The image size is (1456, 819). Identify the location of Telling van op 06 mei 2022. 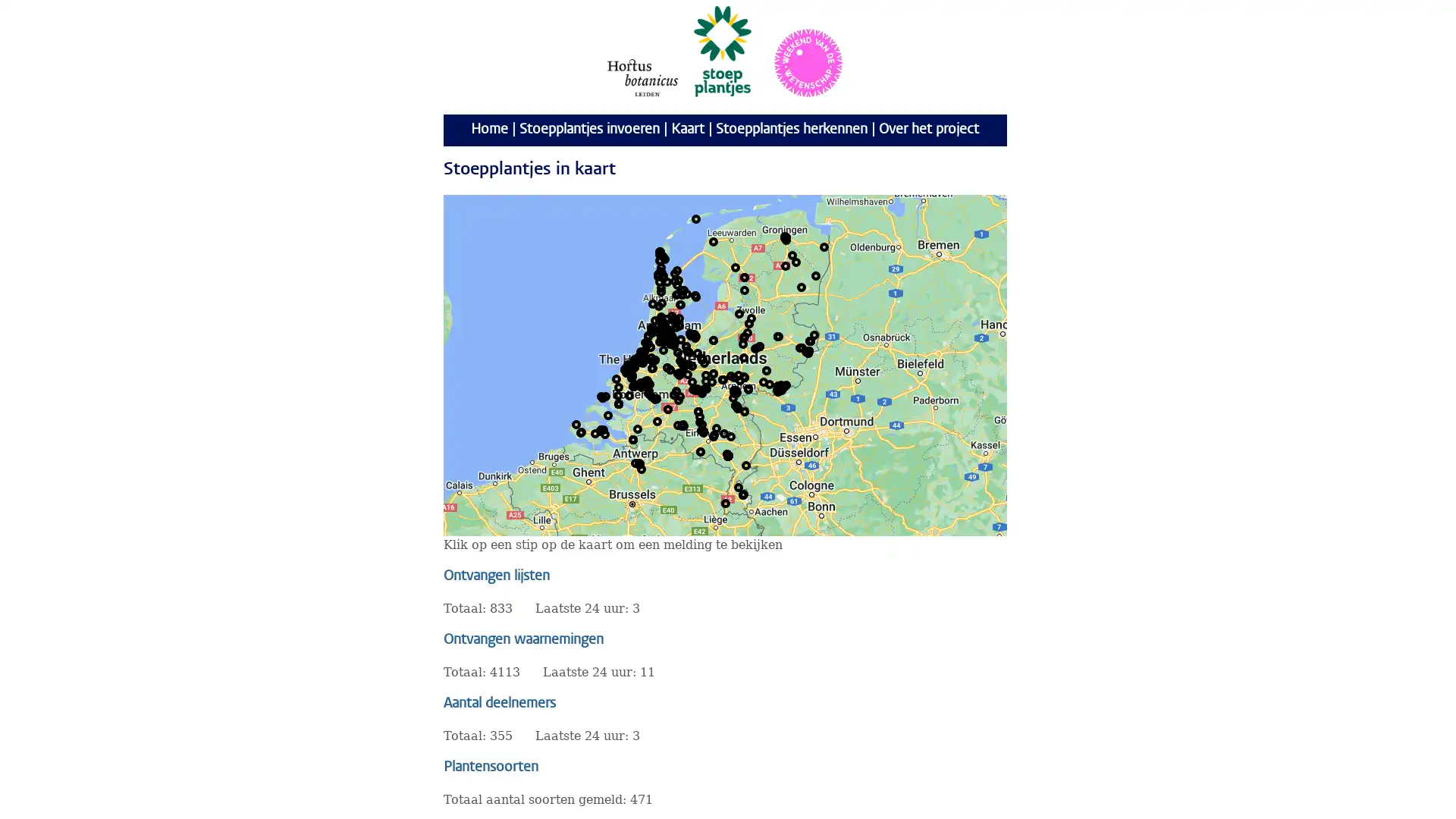
(632, 368).